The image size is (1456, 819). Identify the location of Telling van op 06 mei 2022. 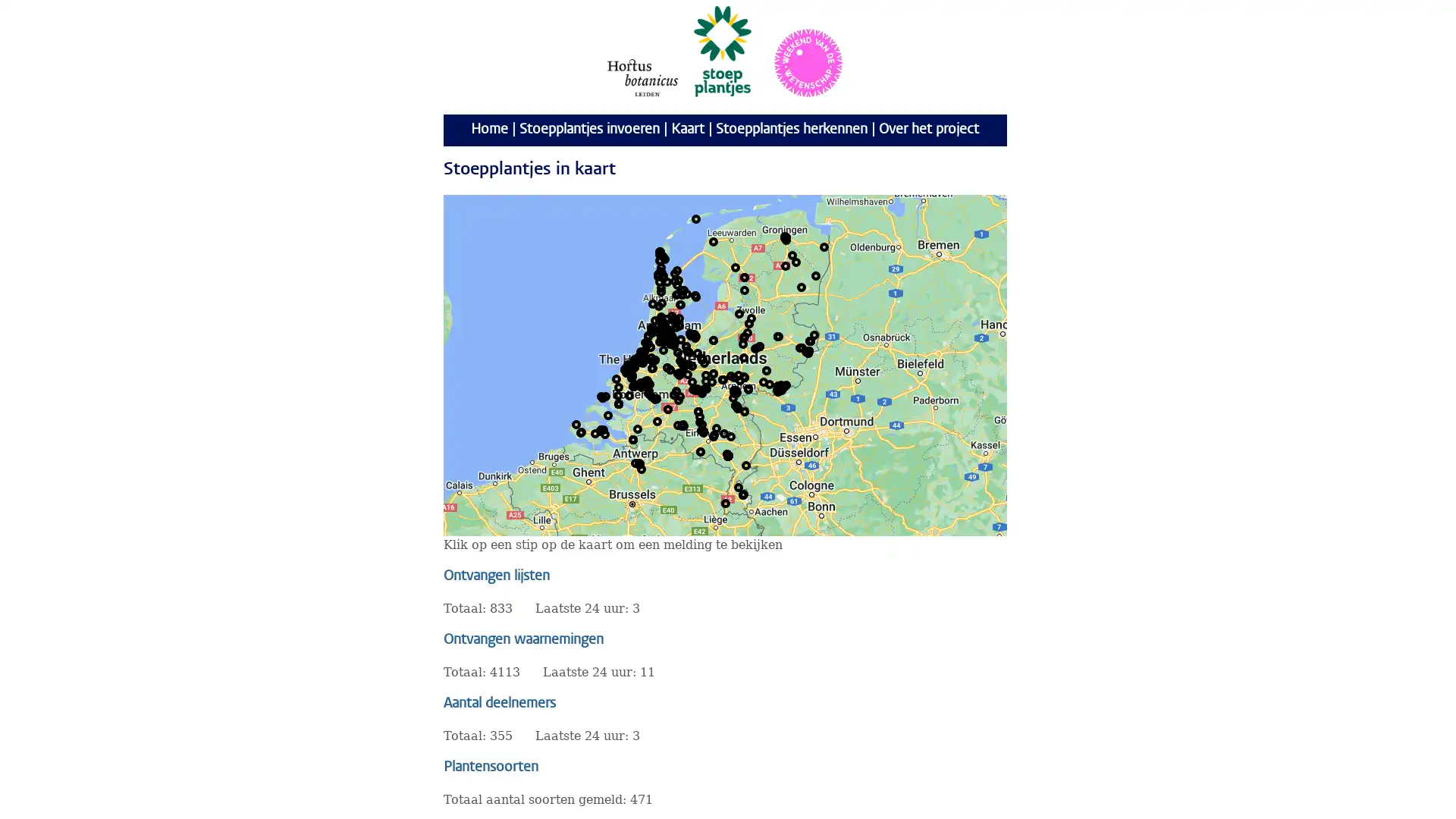
(632, 368).